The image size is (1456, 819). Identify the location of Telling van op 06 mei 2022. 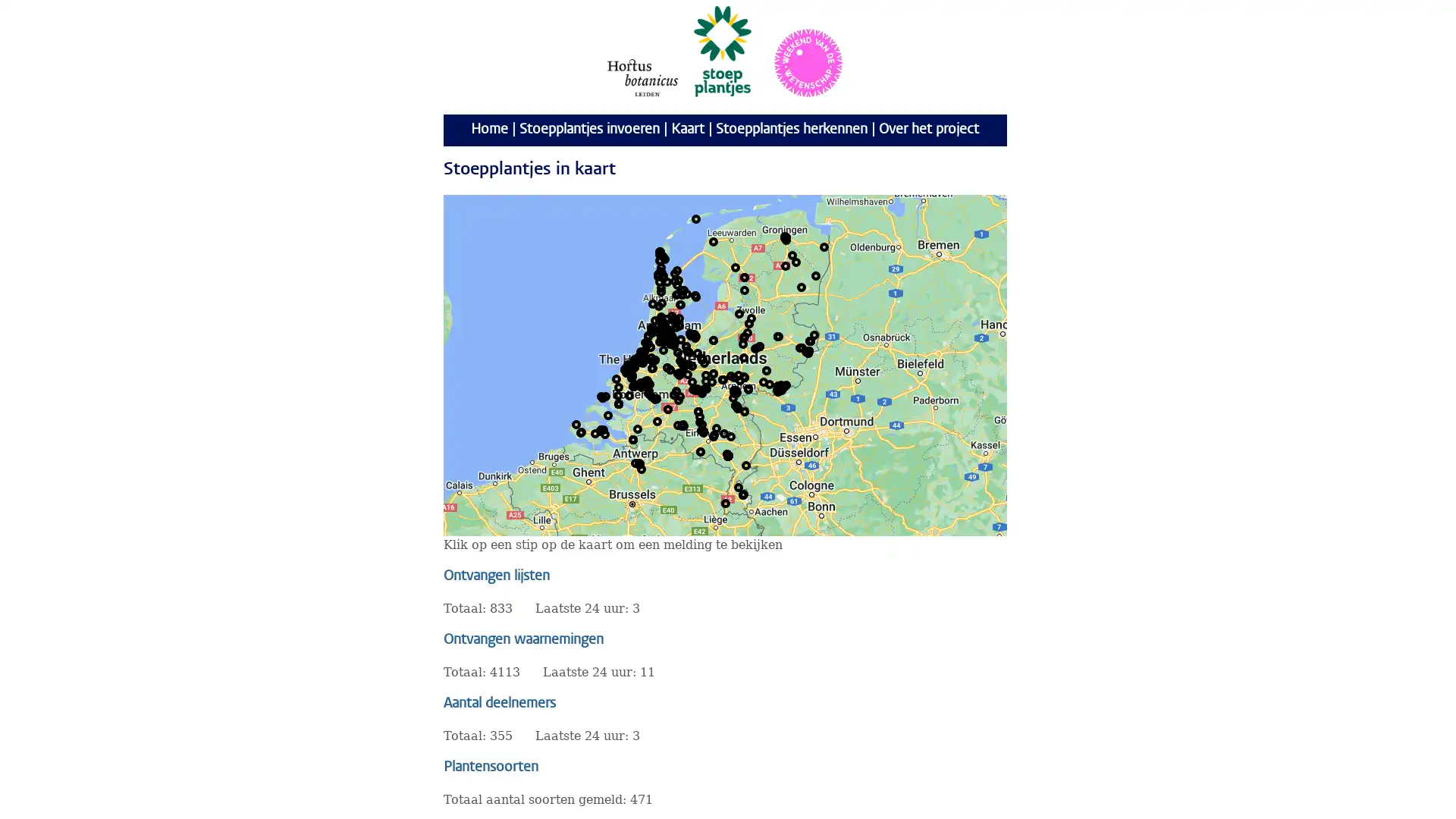
(632, 368).